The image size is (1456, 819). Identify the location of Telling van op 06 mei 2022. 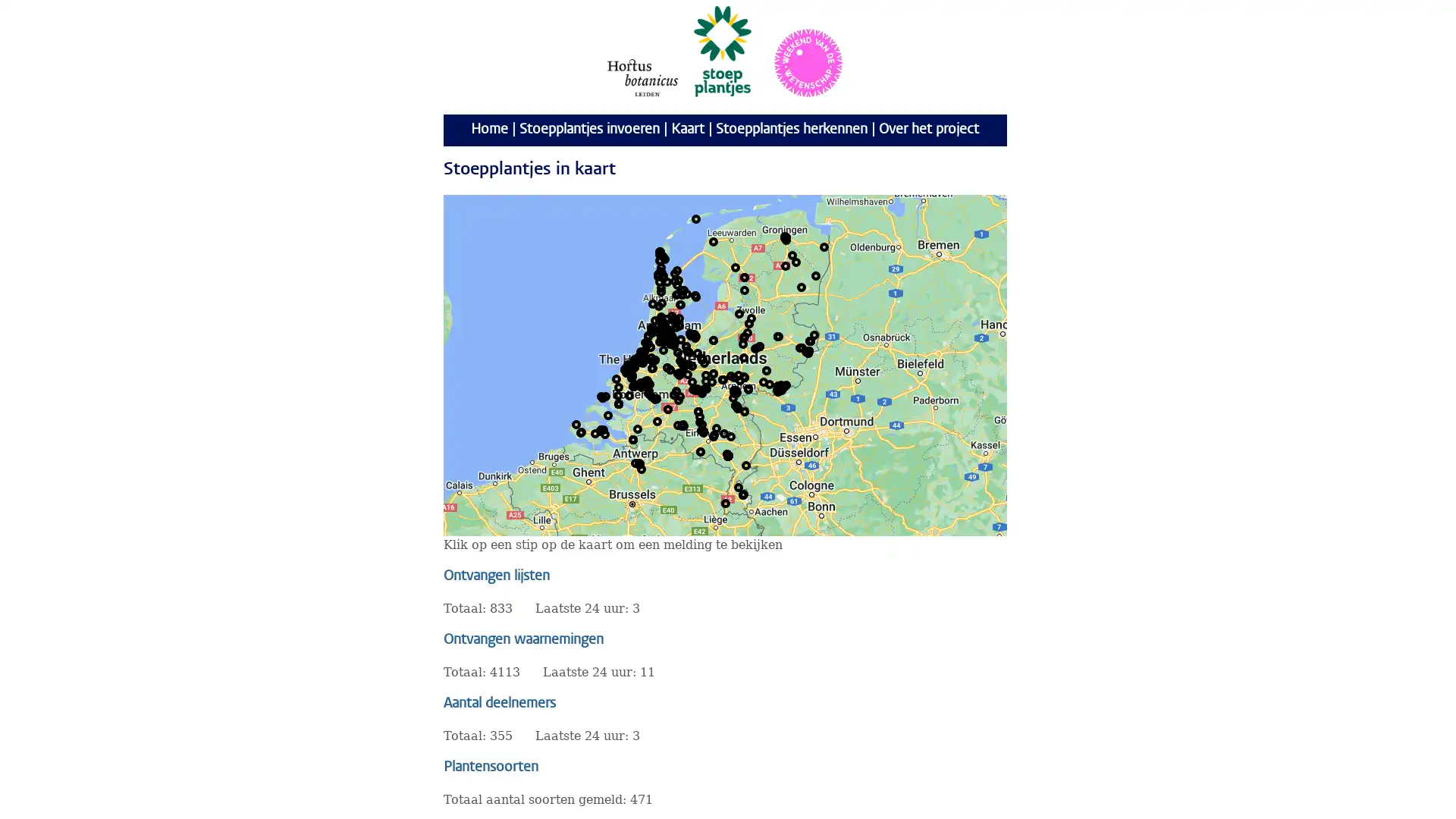
(632, 368).